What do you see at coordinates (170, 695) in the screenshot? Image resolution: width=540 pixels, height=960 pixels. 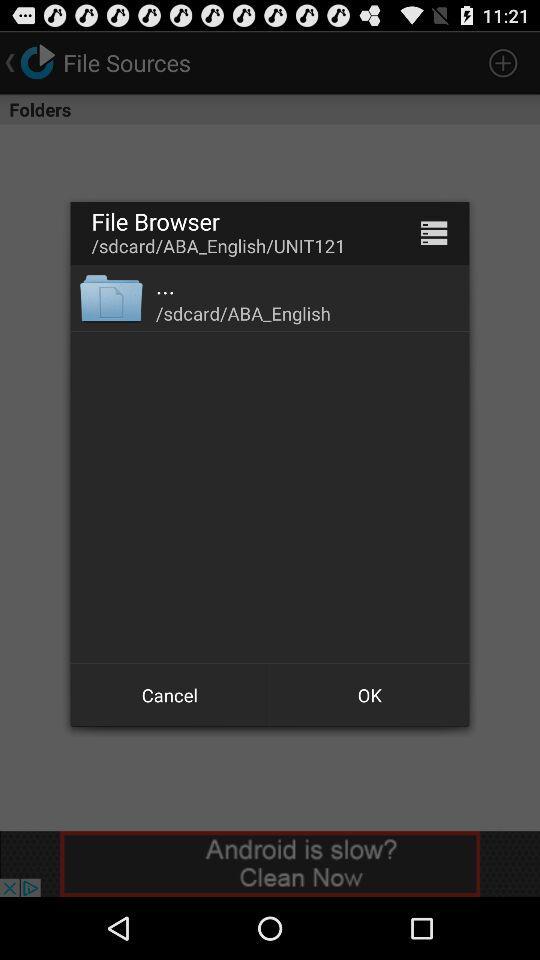 I see `the button at the bottom left corner` at bounding box center [170, 695].